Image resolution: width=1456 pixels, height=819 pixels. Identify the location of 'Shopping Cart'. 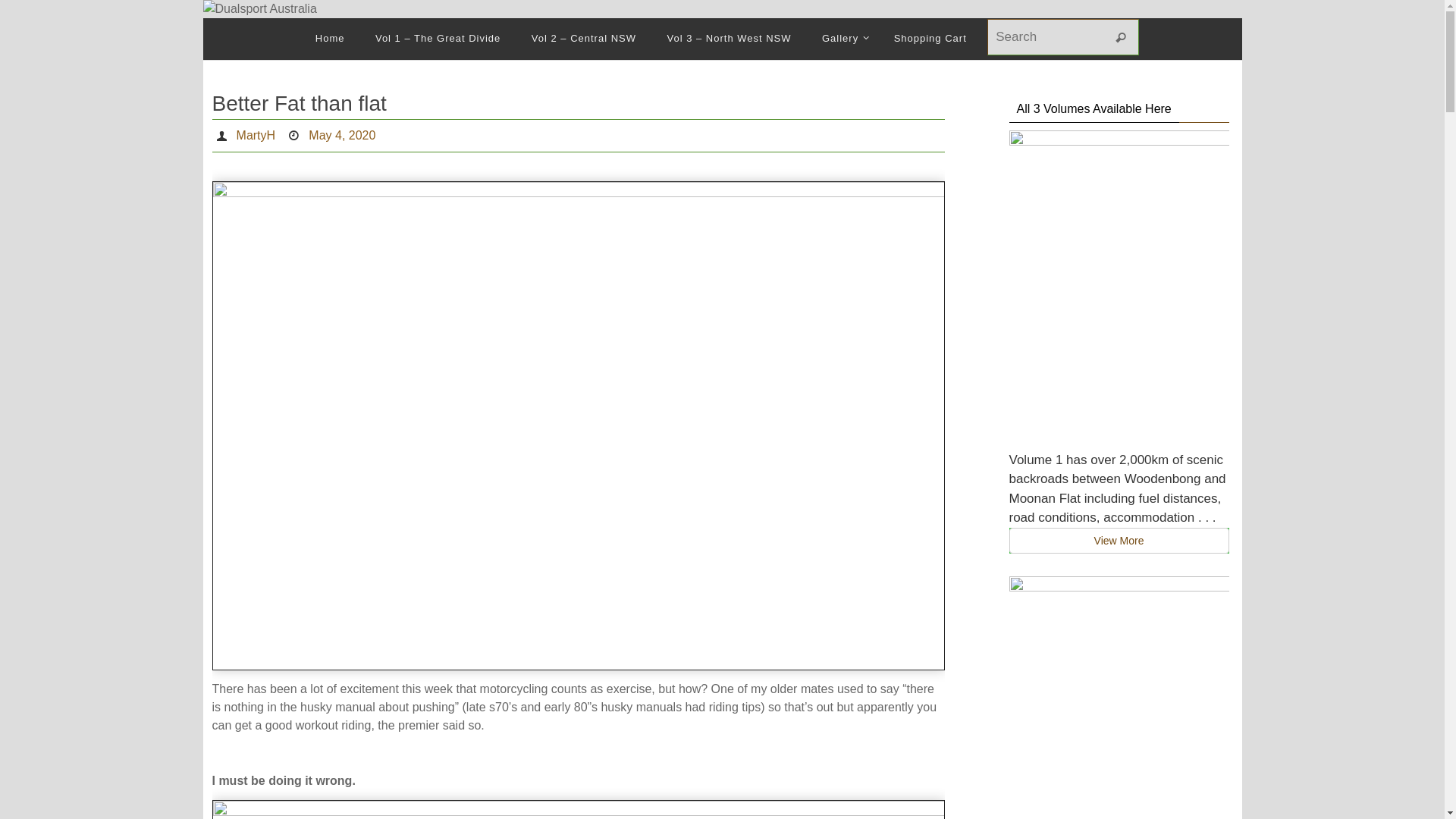
(930, 38).